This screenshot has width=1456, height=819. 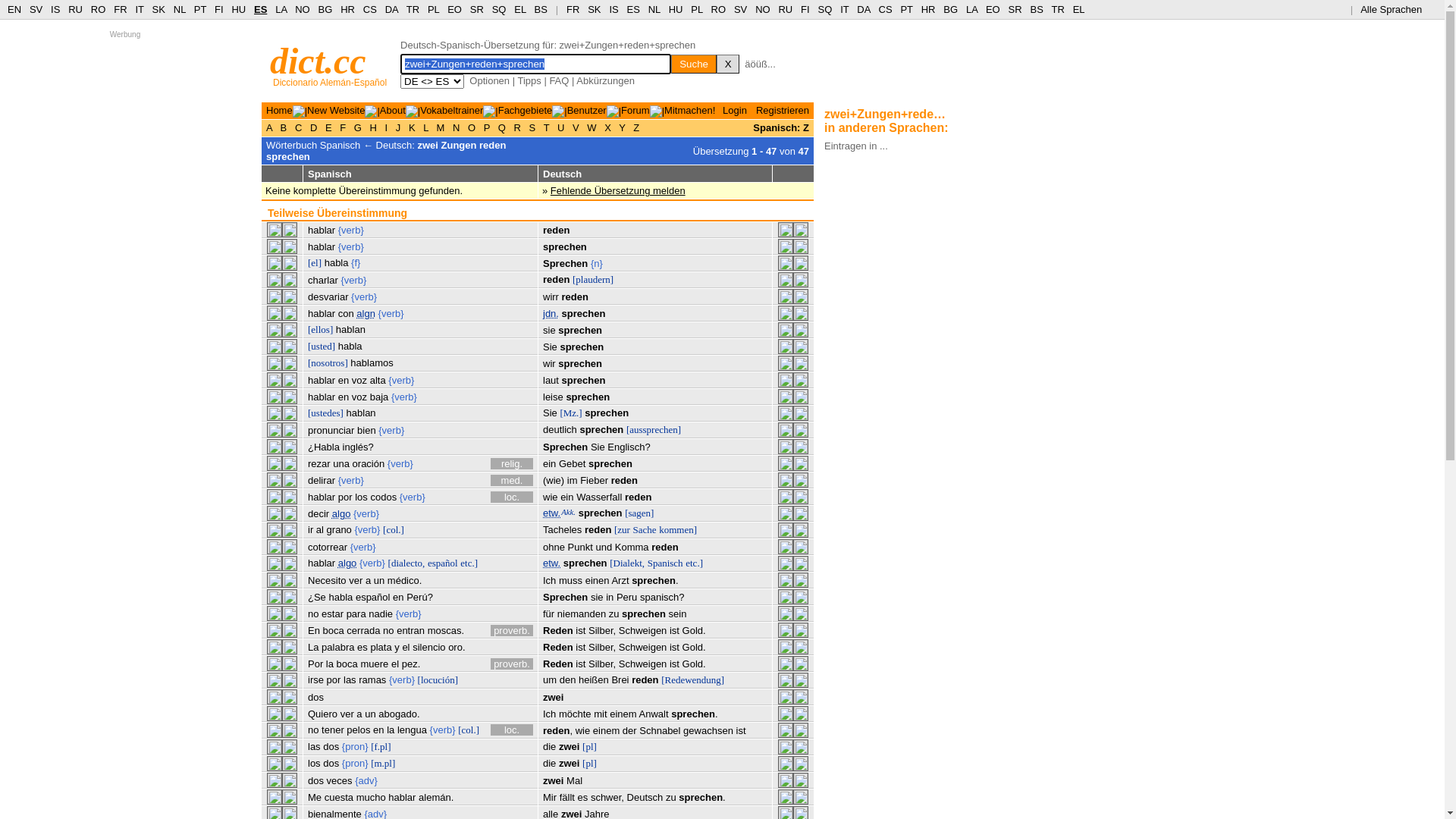 What do you see at coordinates (512, 497) in the screenshot?
I see `'loc.'` at bounding box center [512, 497].